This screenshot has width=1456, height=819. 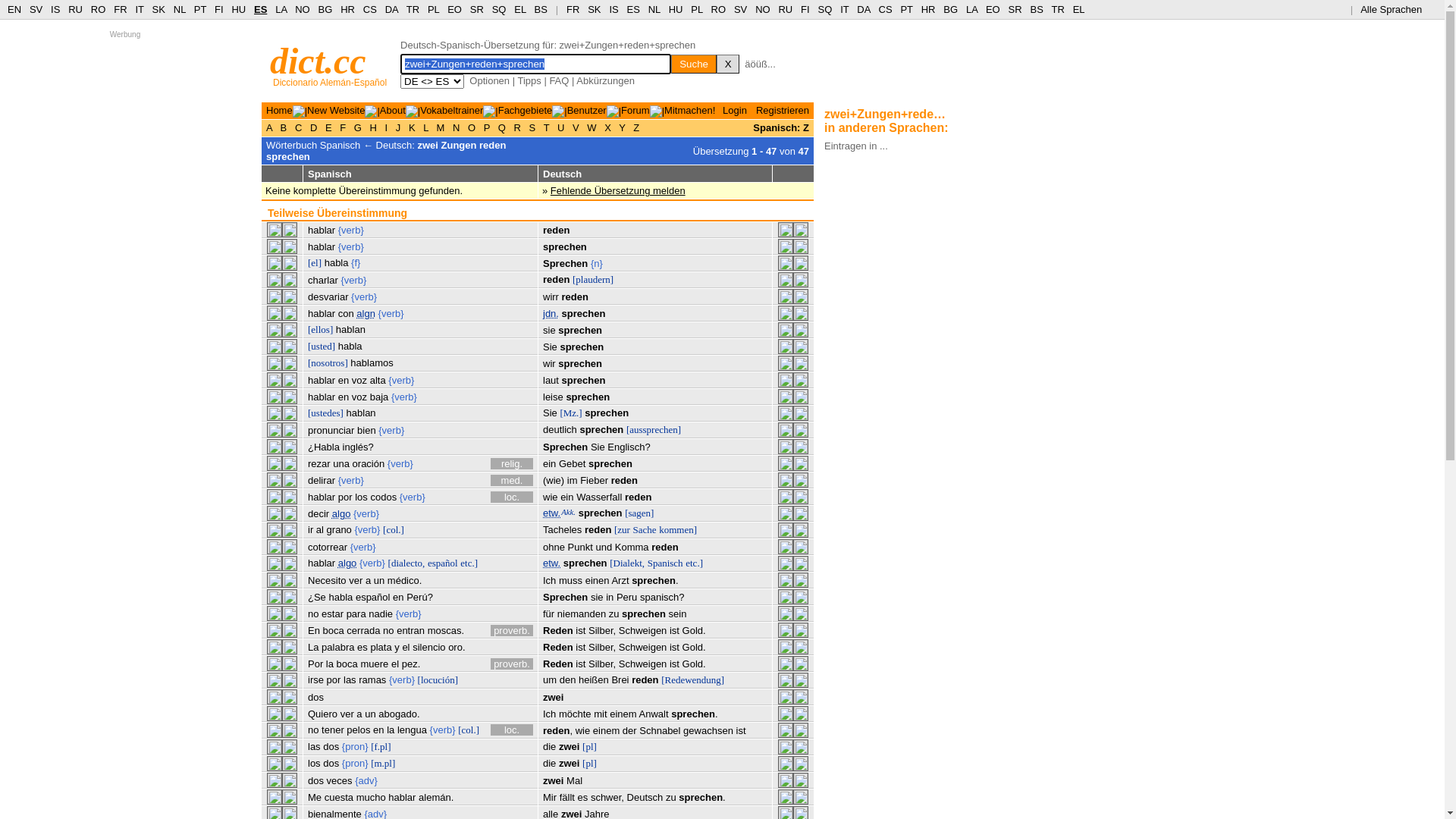 What do you see at coordinates (512, 497) in the screenshot?
I see `'loc.'` at bounding box center [512, 497].